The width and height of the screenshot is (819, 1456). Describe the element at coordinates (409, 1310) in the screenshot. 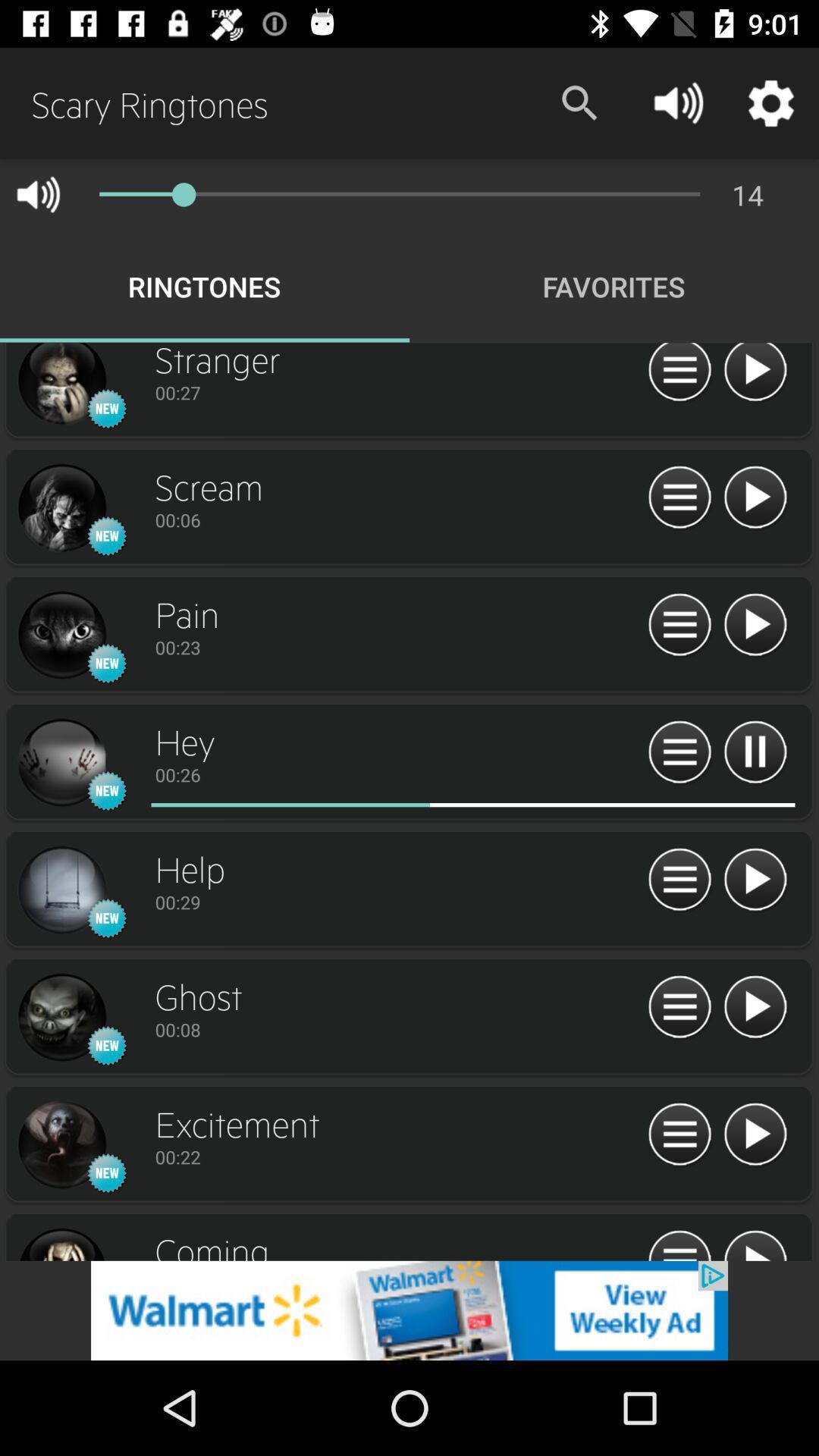

I see `advertisement` at that location.